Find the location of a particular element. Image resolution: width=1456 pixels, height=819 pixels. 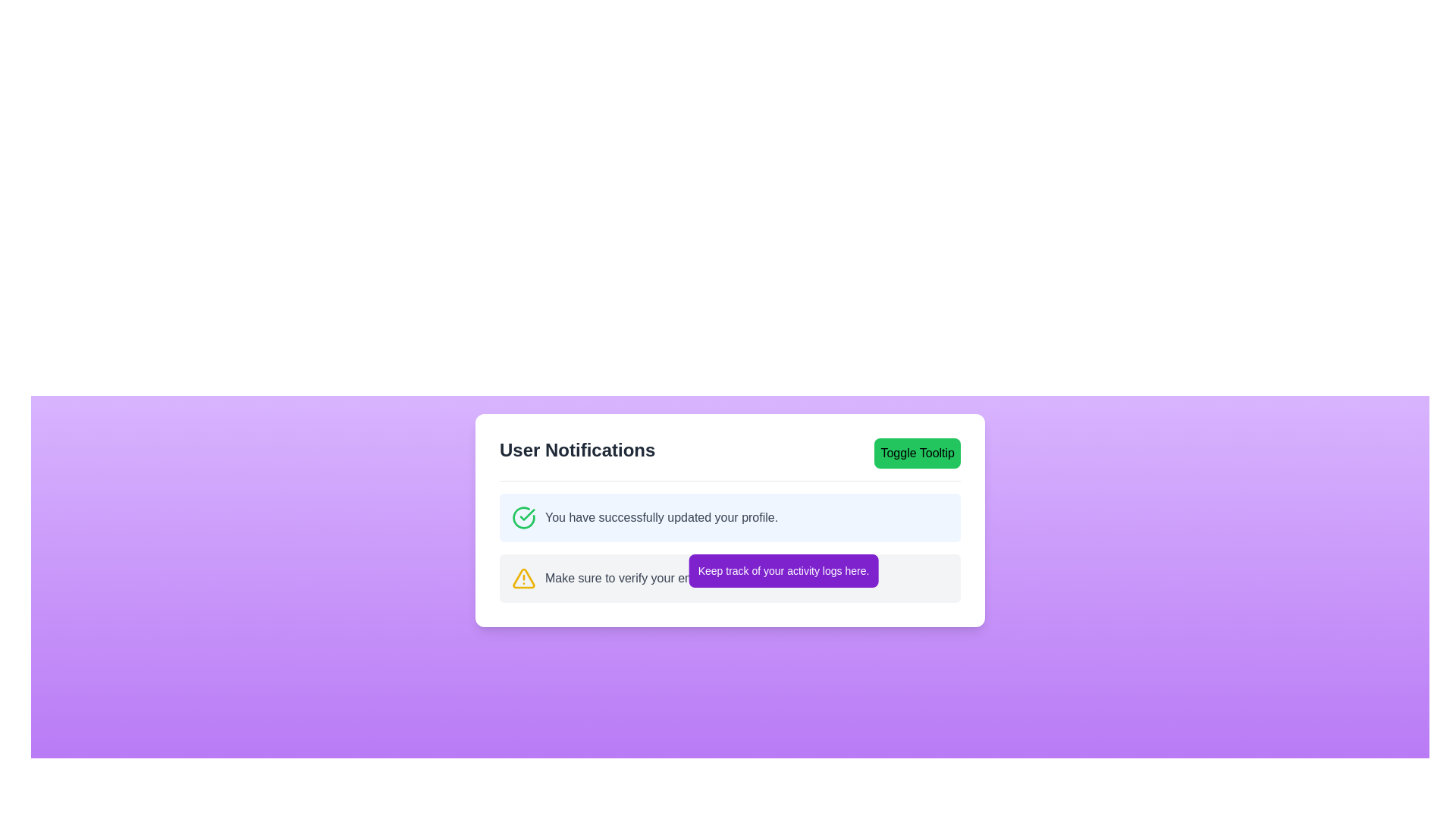

the success icon located in the 'User Notifications' section, which is positioned before the notification text 'You have successfully updated your profile.' is located at coordinates (524, 516).